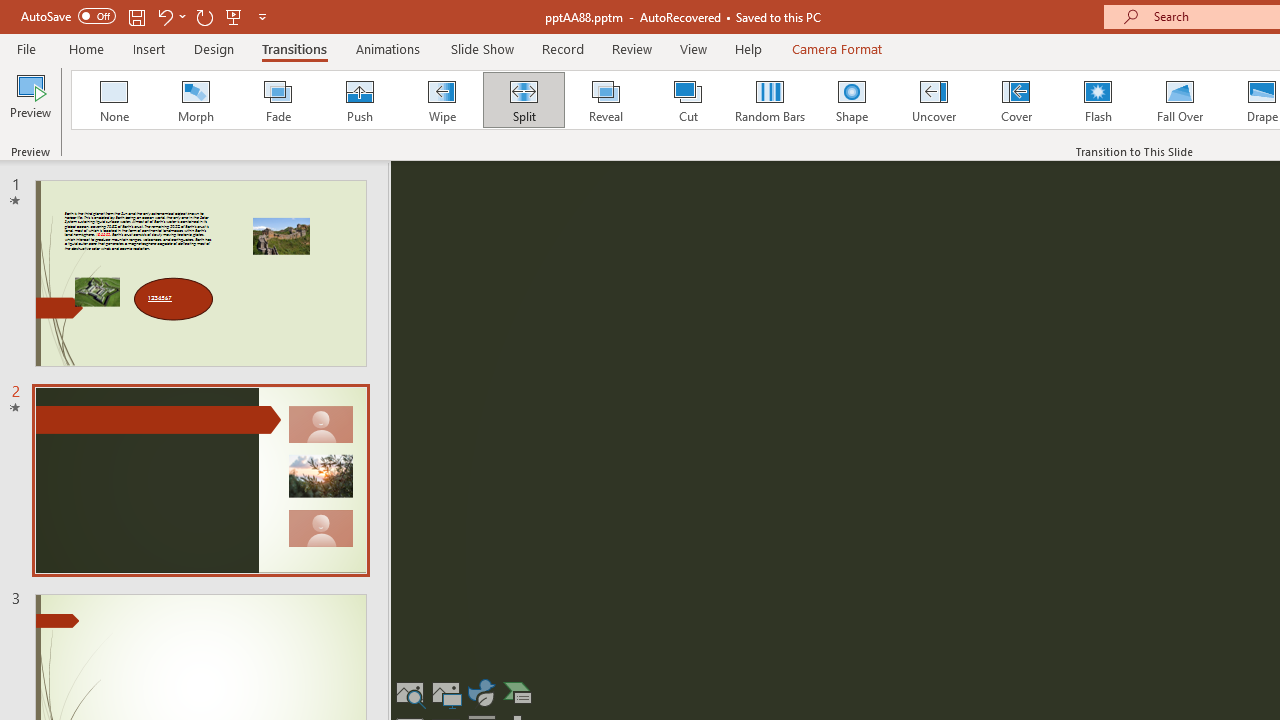 The image size is (1280, 720). What do you see at coordinates (195, 100) in the screenshot?
I see `'Morph'` at bounding box center [195, 100].